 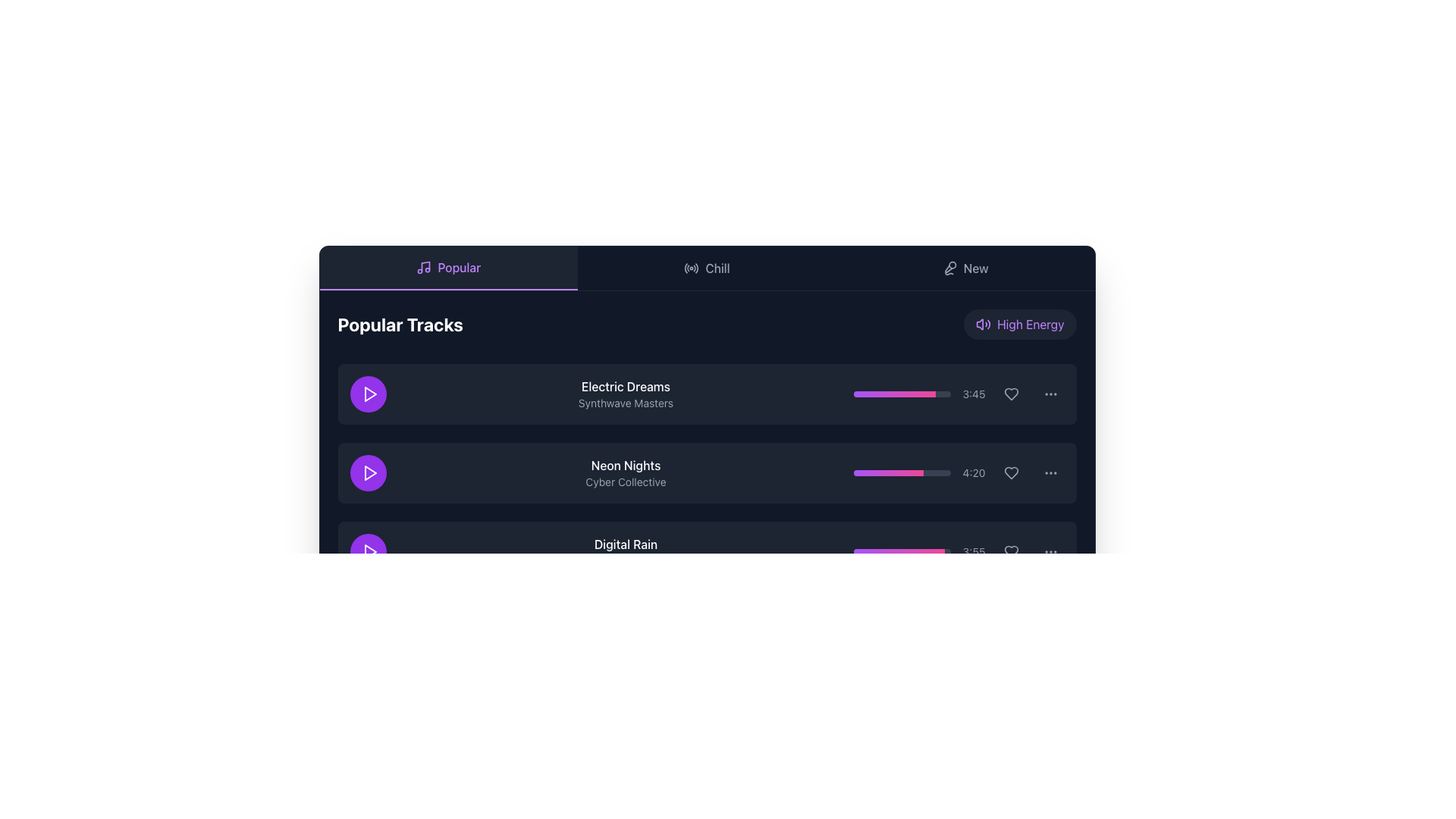 I want to click on the Category label located at the top-right corner of the interface, right of the 'Popular Tracks' heading, which indicates sound or energy-related content, so click(x=1020, y=324).